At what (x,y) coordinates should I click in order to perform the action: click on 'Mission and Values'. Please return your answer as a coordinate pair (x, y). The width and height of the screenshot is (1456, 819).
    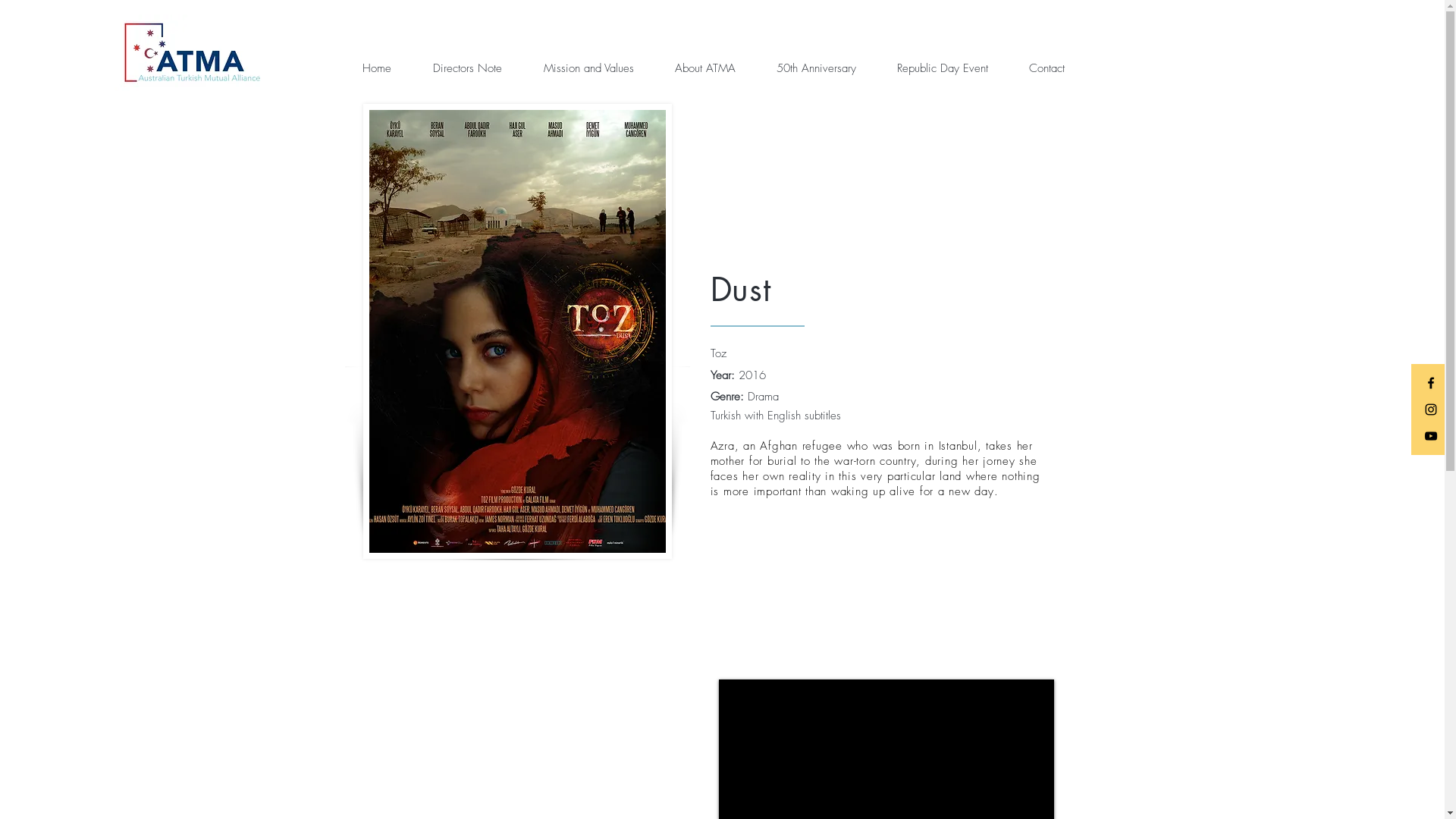
    Looking at the image, I should click on (532, 67).